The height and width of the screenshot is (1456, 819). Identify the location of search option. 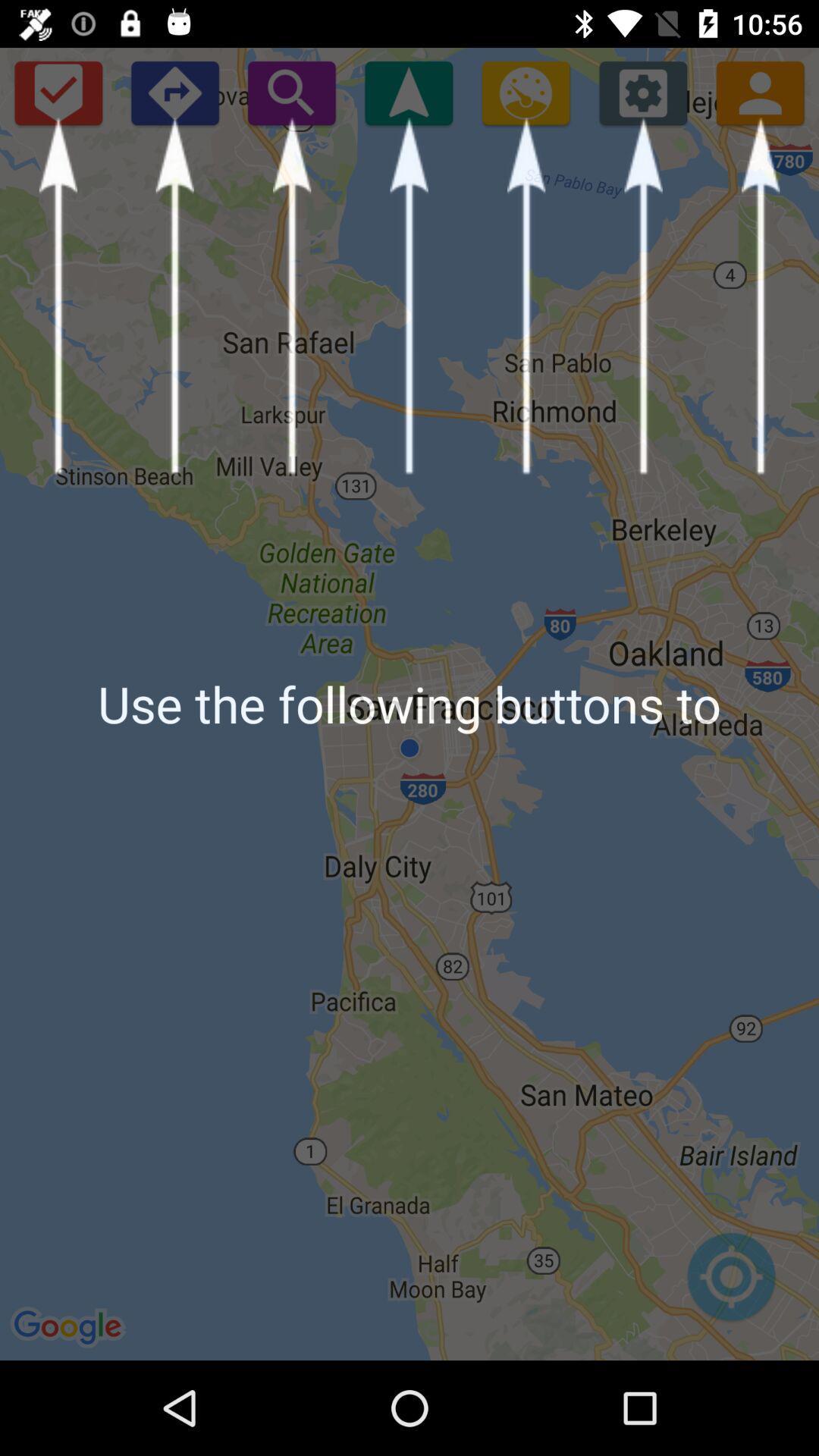
(291, 92).